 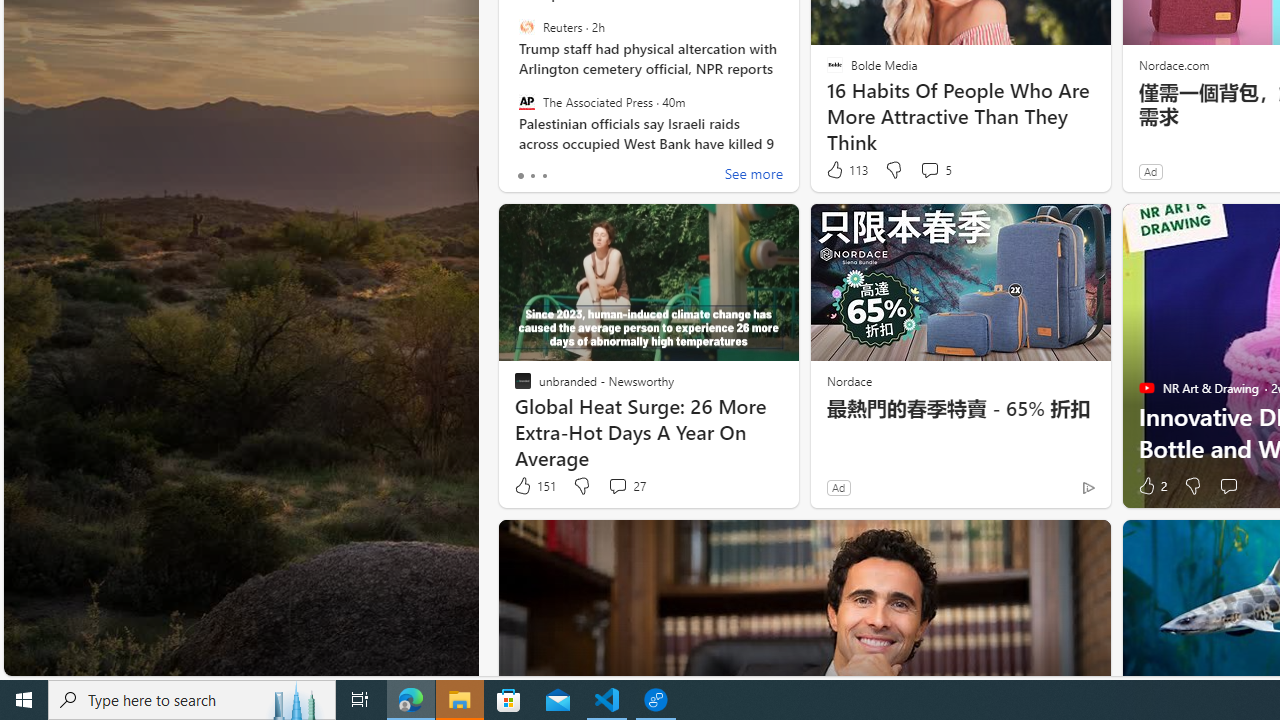 I want to click on 'View comments 27 Comment', so click(x=616, y=486).